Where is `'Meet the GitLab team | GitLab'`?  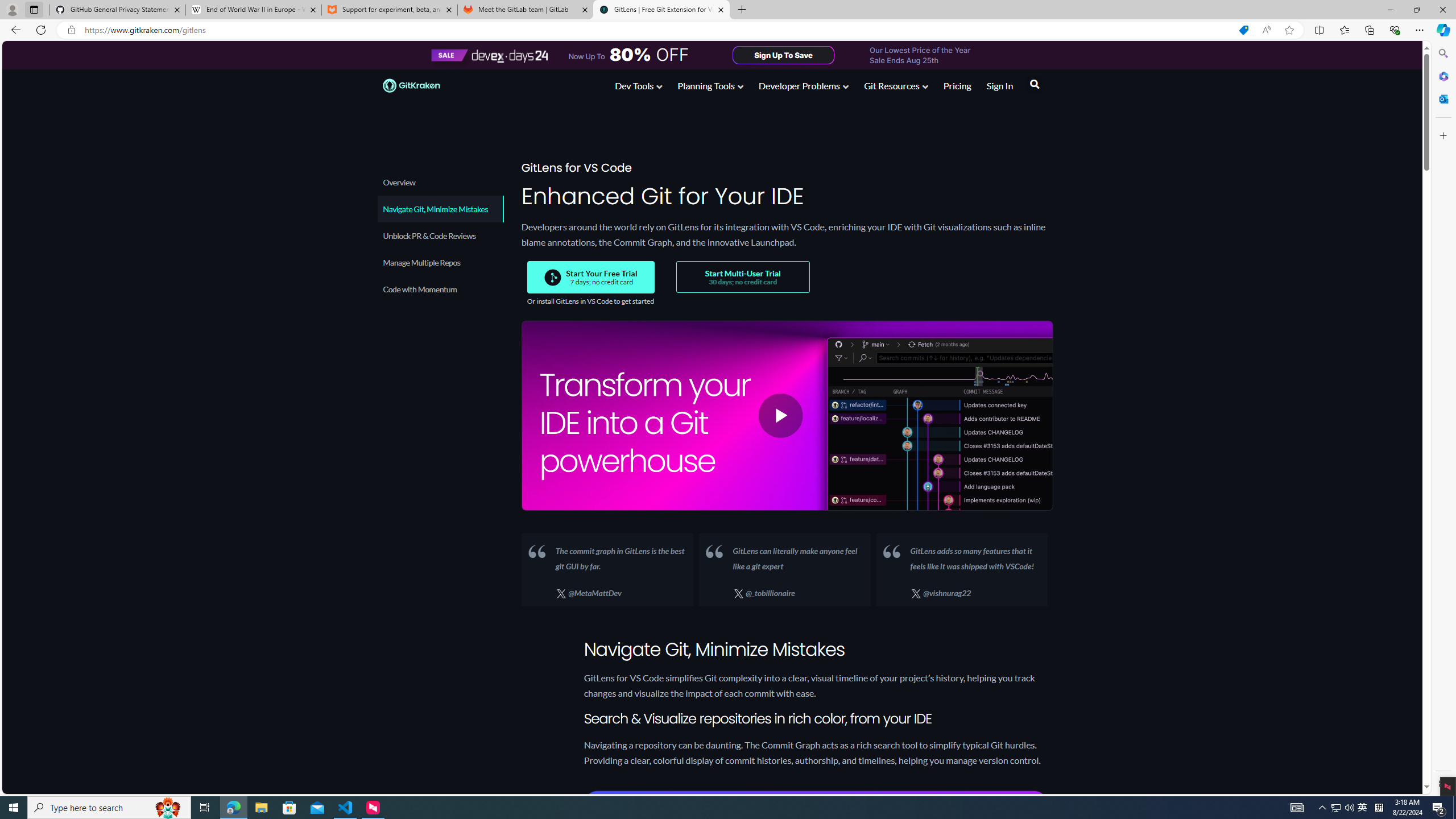
'Meet the GitLab team | GitLab' is located at coordinates (526, 9).